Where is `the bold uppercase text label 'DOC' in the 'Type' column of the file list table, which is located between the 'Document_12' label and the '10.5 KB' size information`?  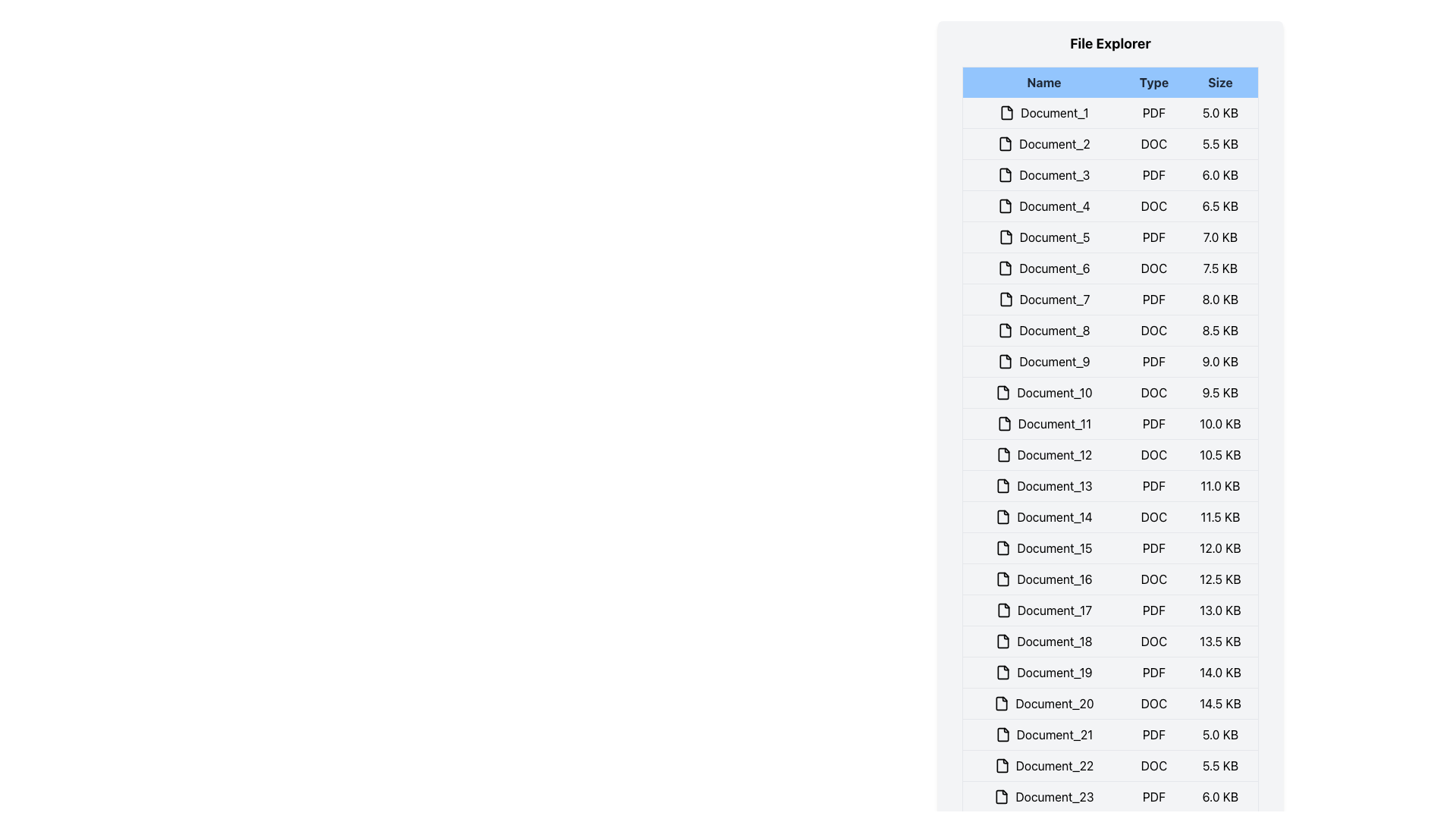 the bold uppercase text label 'DOC' in the 'Type' column of the file list table, which is located between the 'Document_12' label and the '10.5 KB' size information is located at coordinates (1153, 454).